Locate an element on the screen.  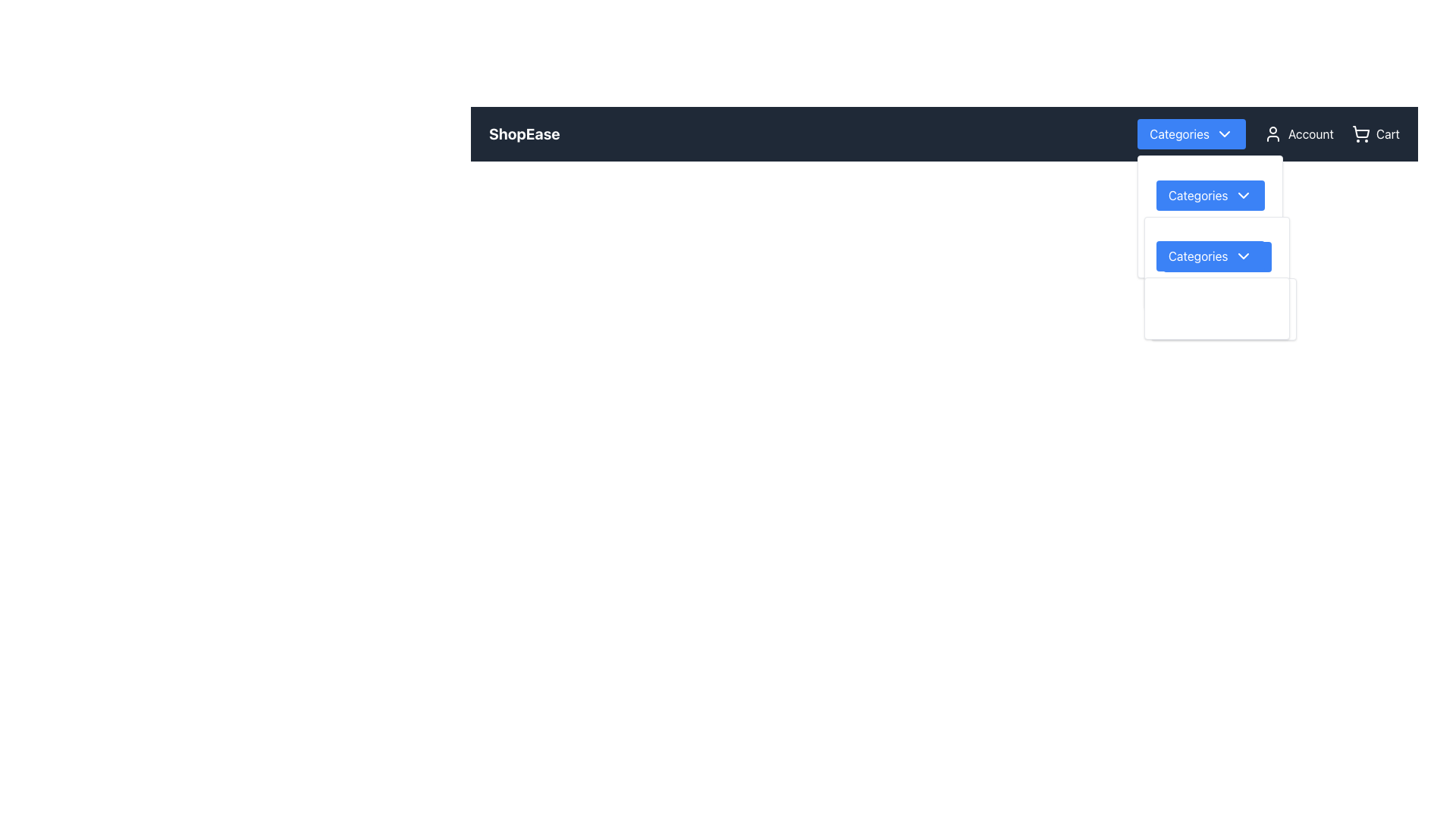
the downward-facing chevron arrow icon that is part of the 'Categories' dropdown button located near the top right of the navigation bar is located at coordinates (1243, 195).